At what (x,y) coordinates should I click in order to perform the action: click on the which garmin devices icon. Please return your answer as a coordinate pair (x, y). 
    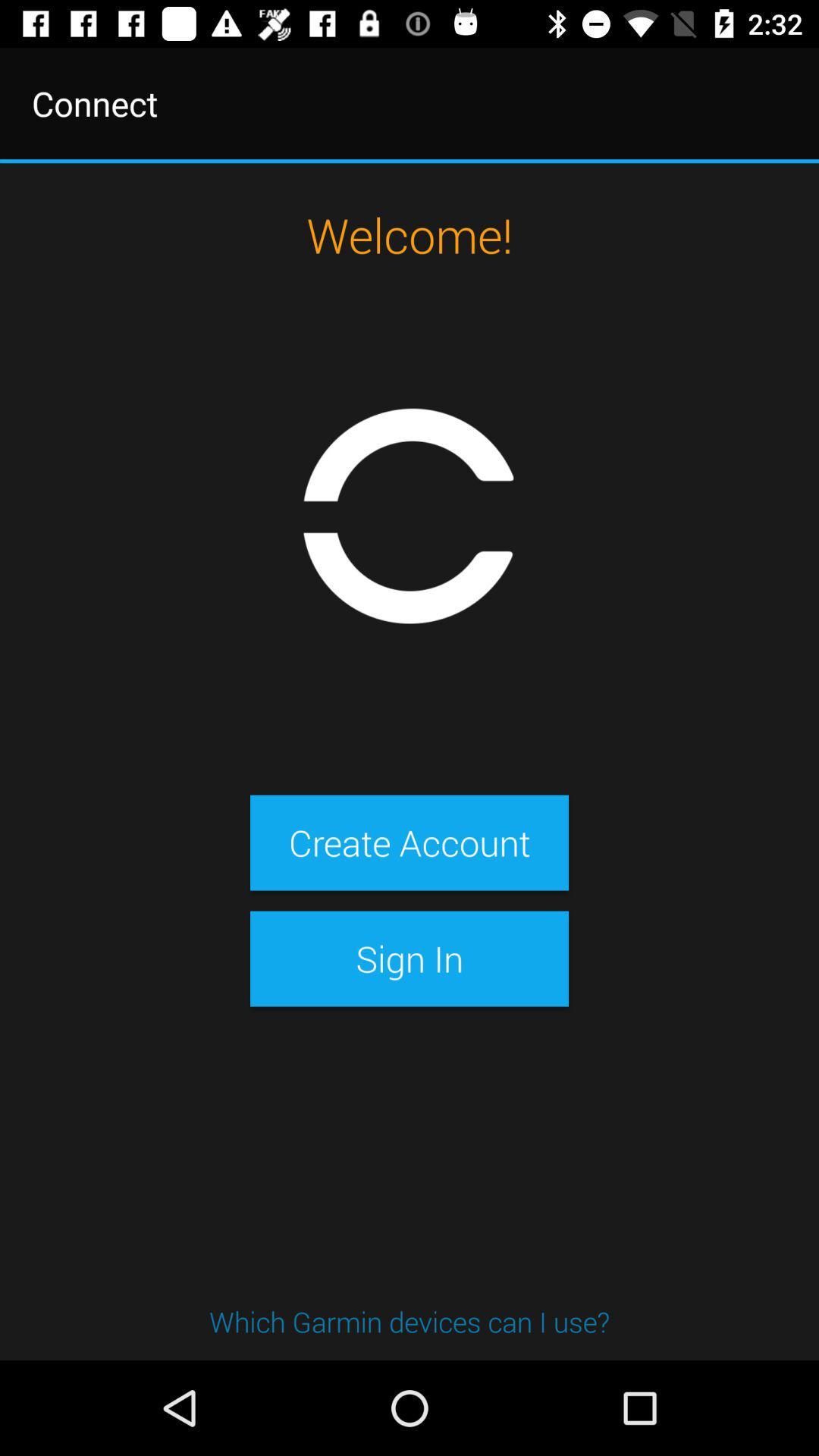
    Looking at the image, I should click on (409, 1320).